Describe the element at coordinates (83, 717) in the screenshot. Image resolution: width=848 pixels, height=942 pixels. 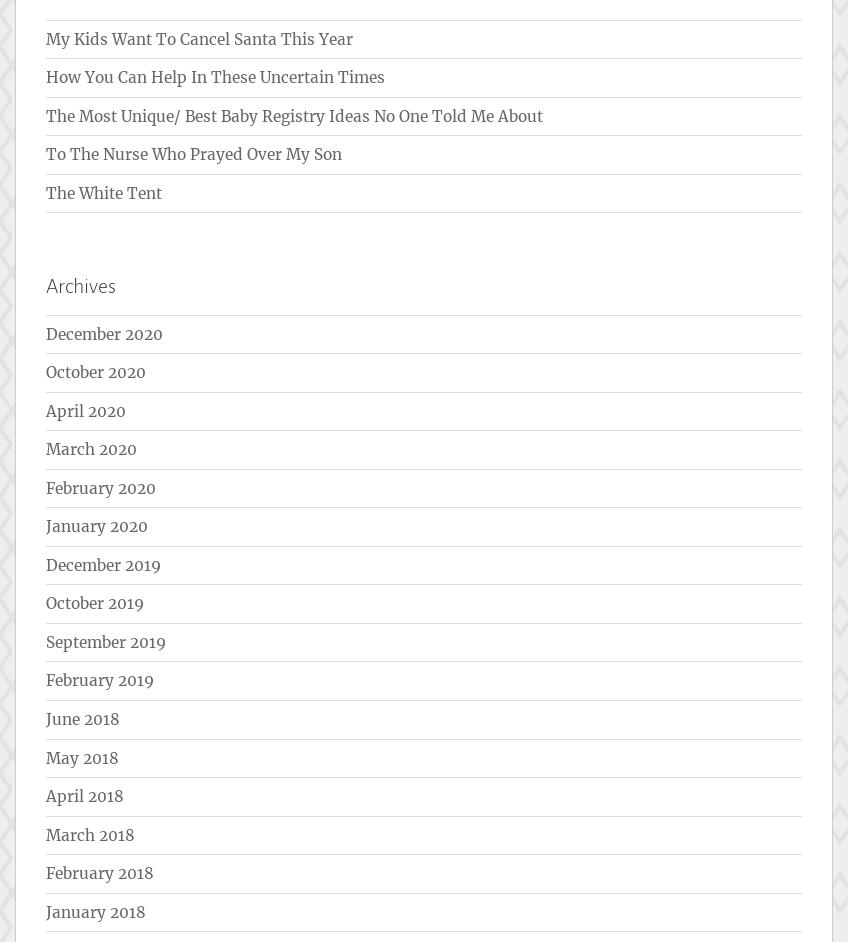
I see `'June 2018'` at that location.